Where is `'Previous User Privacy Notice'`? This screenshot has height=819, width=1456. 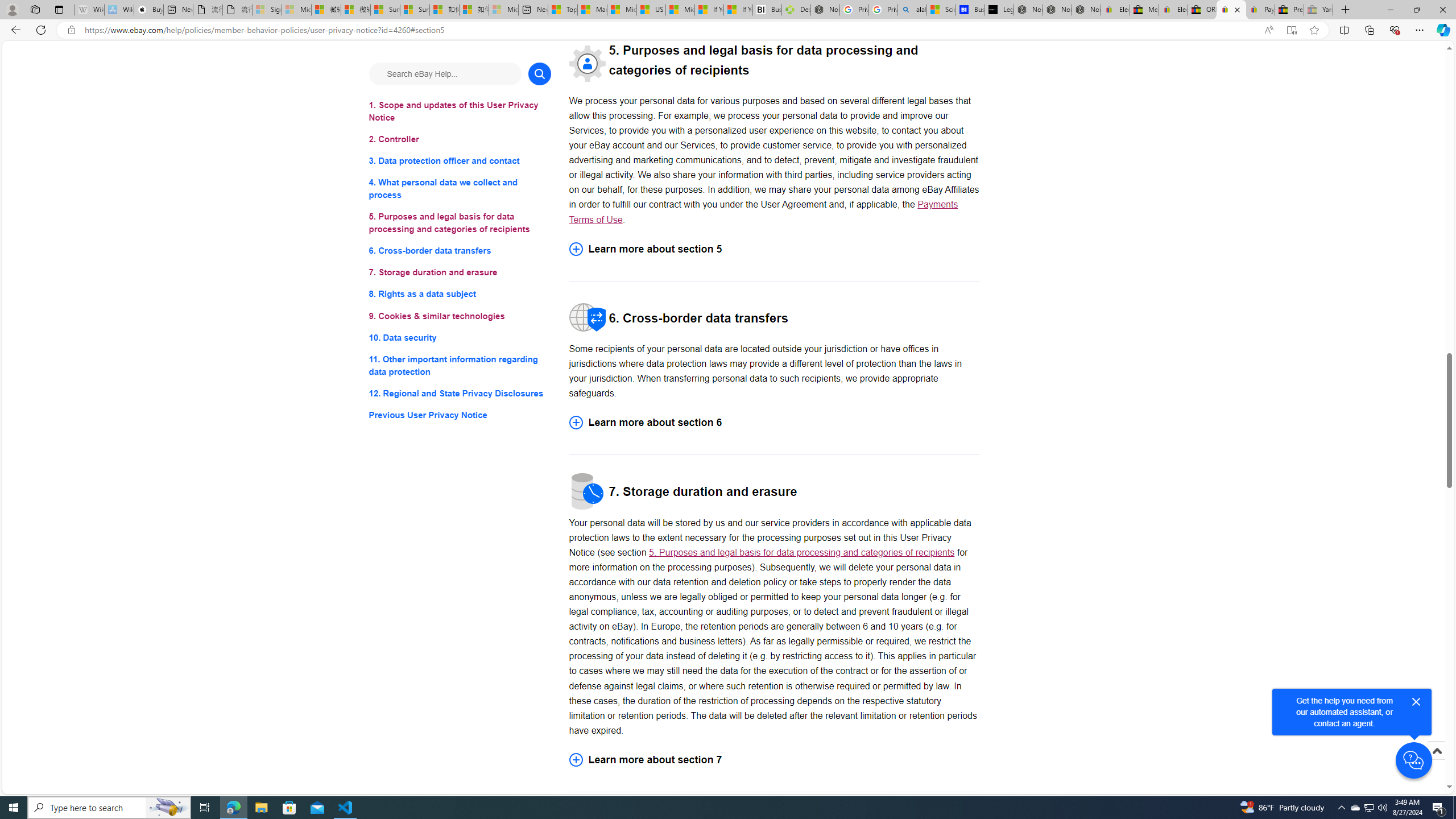
'Previous User Privacy Notice' is located at coordinates (459, 415).